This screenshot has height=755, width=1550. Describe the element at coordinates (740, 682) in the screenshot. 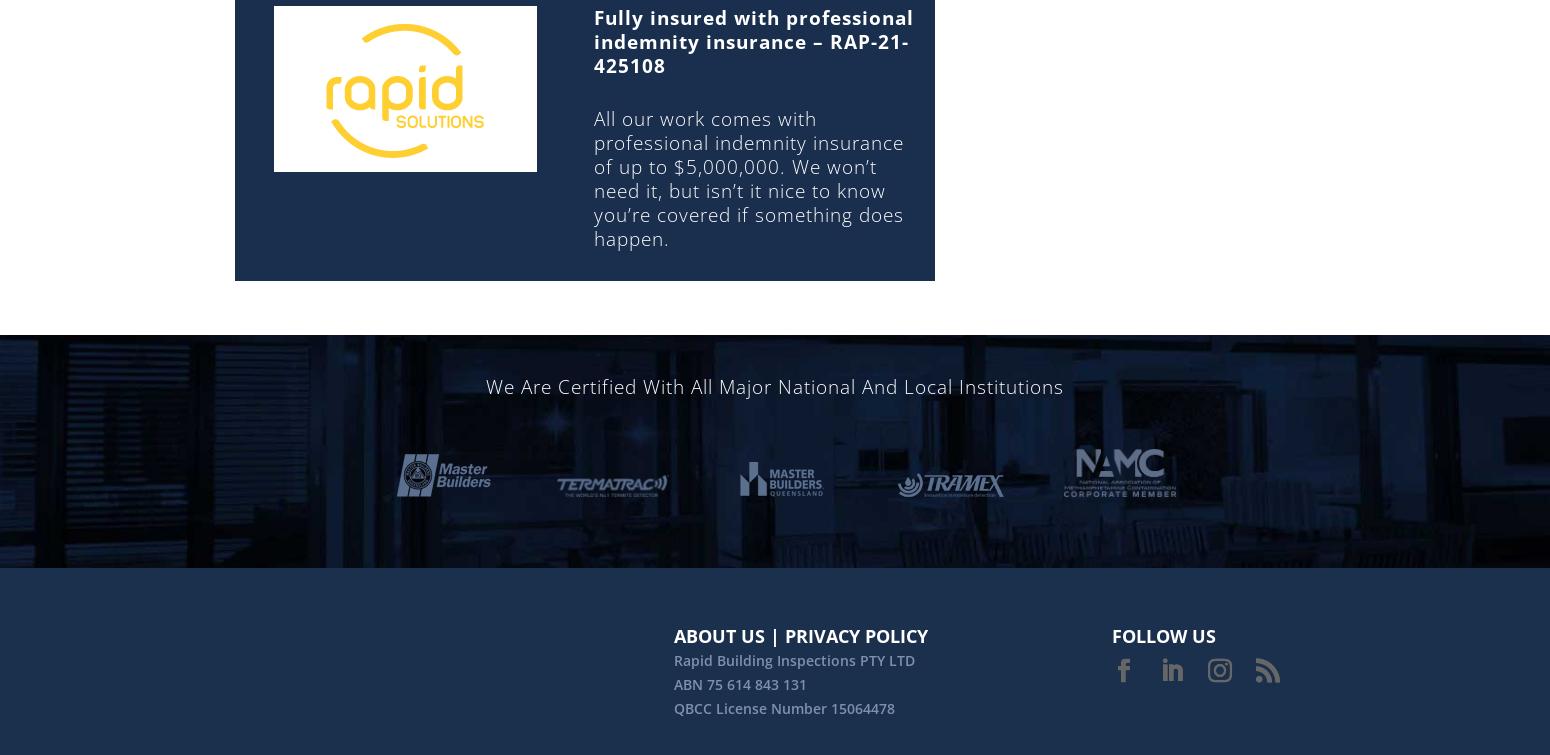

I see `'ABN 75 614 843 131'` at that location.